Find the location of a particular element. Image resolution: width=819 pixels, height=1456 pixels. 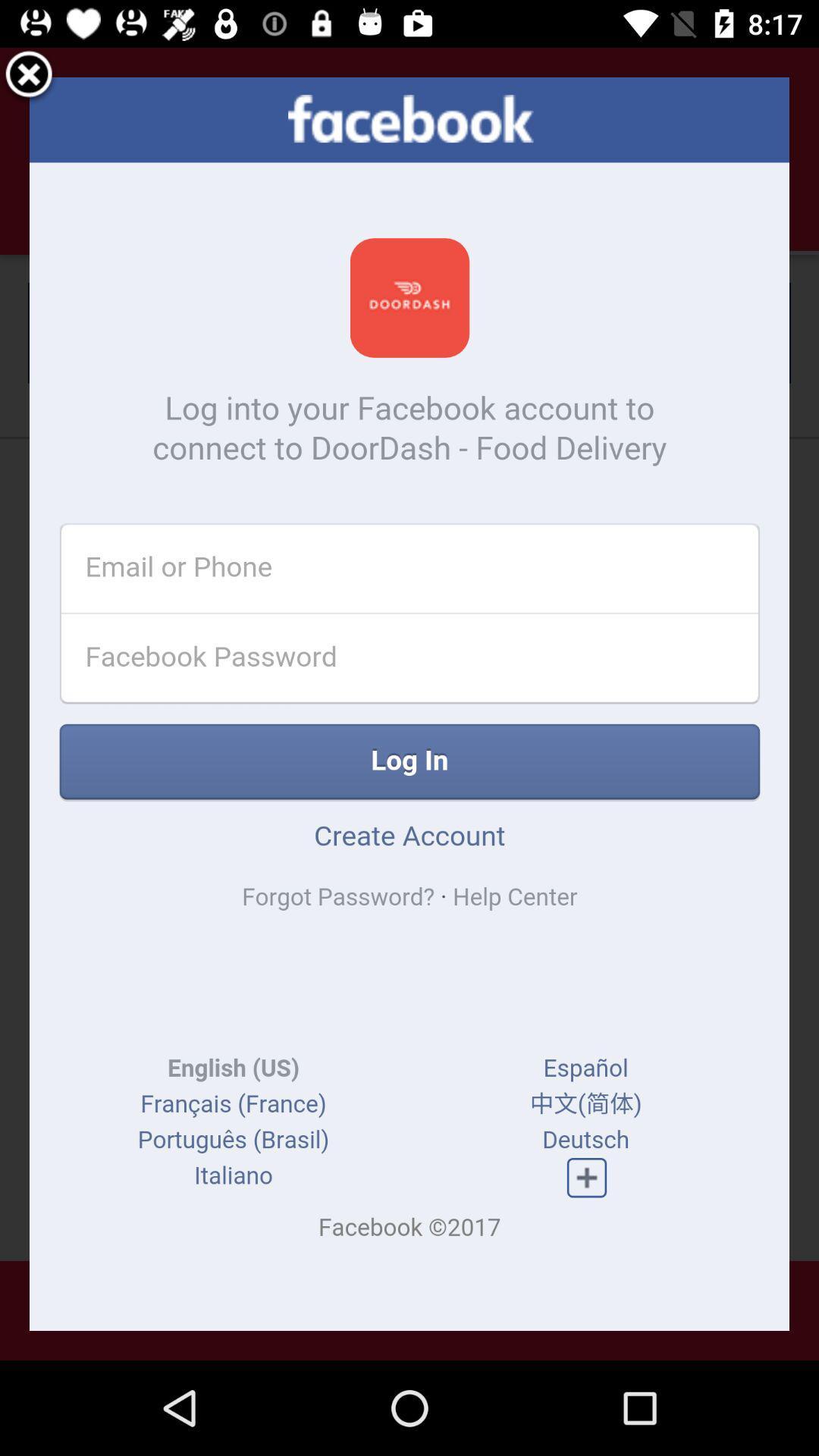

out is located at coordinates (29, 76).